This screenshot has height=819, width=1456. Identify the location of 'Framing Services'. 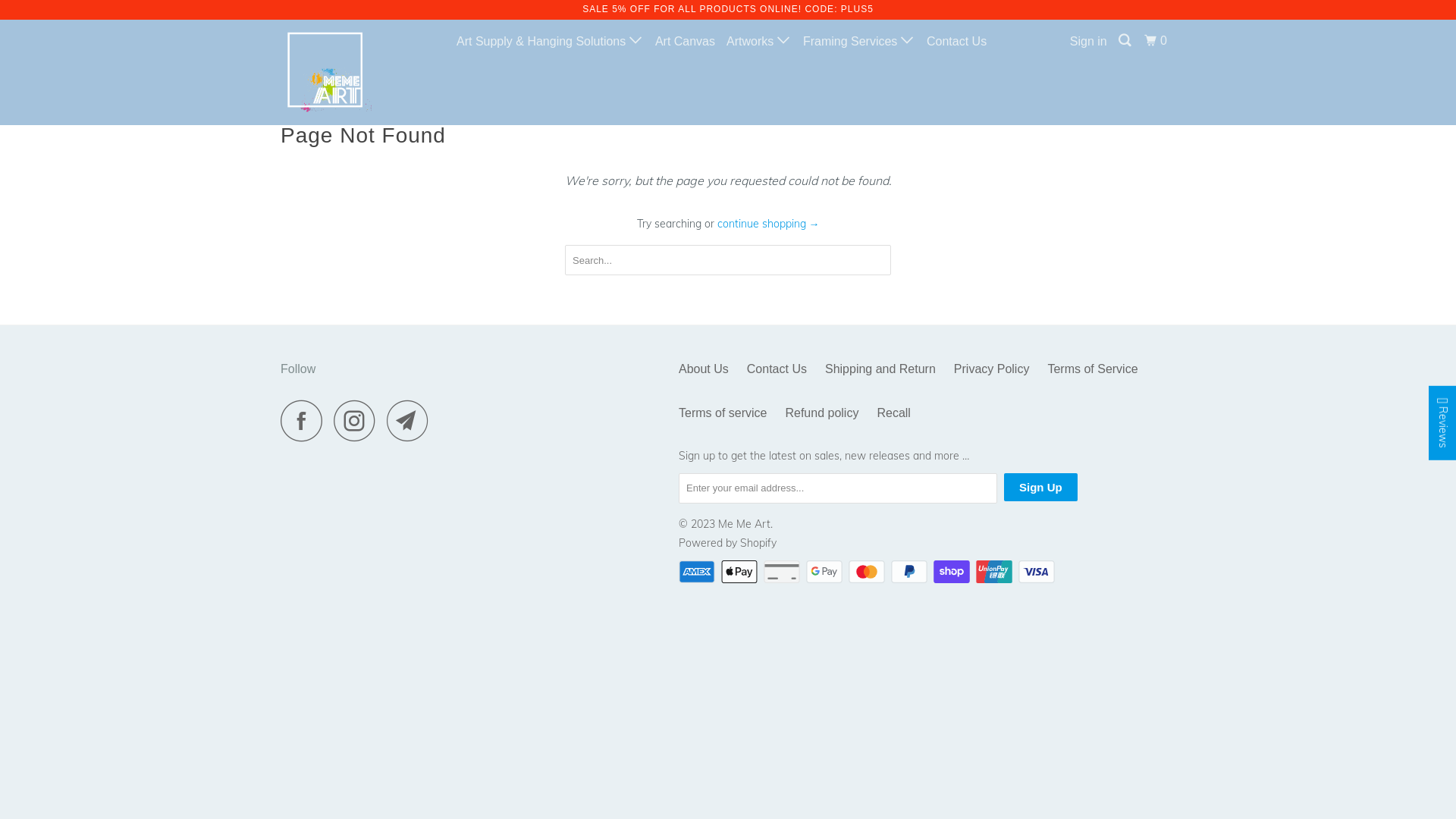
(858, 40).